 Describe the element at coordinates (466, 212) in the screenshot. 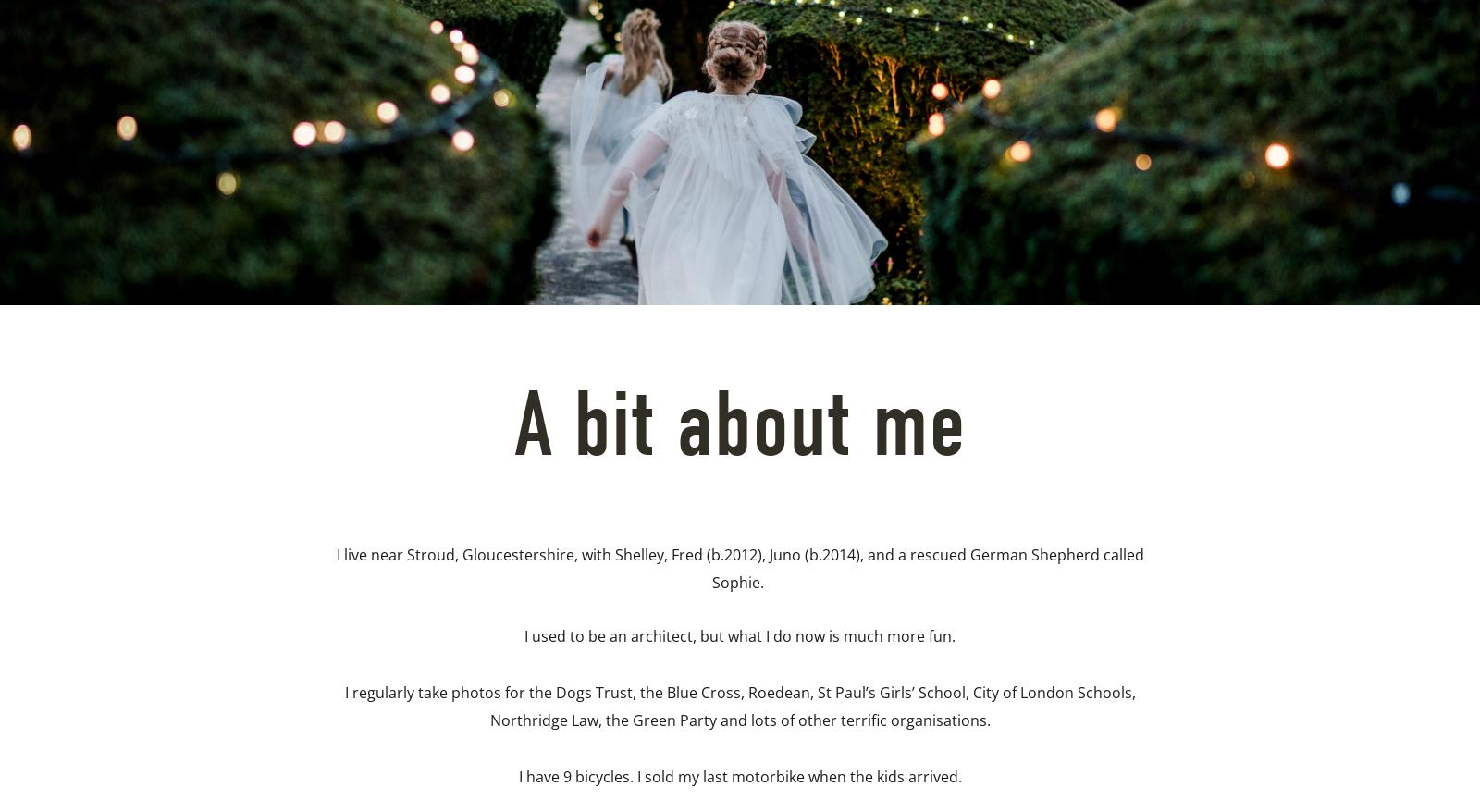

I see `'About'` at that location.